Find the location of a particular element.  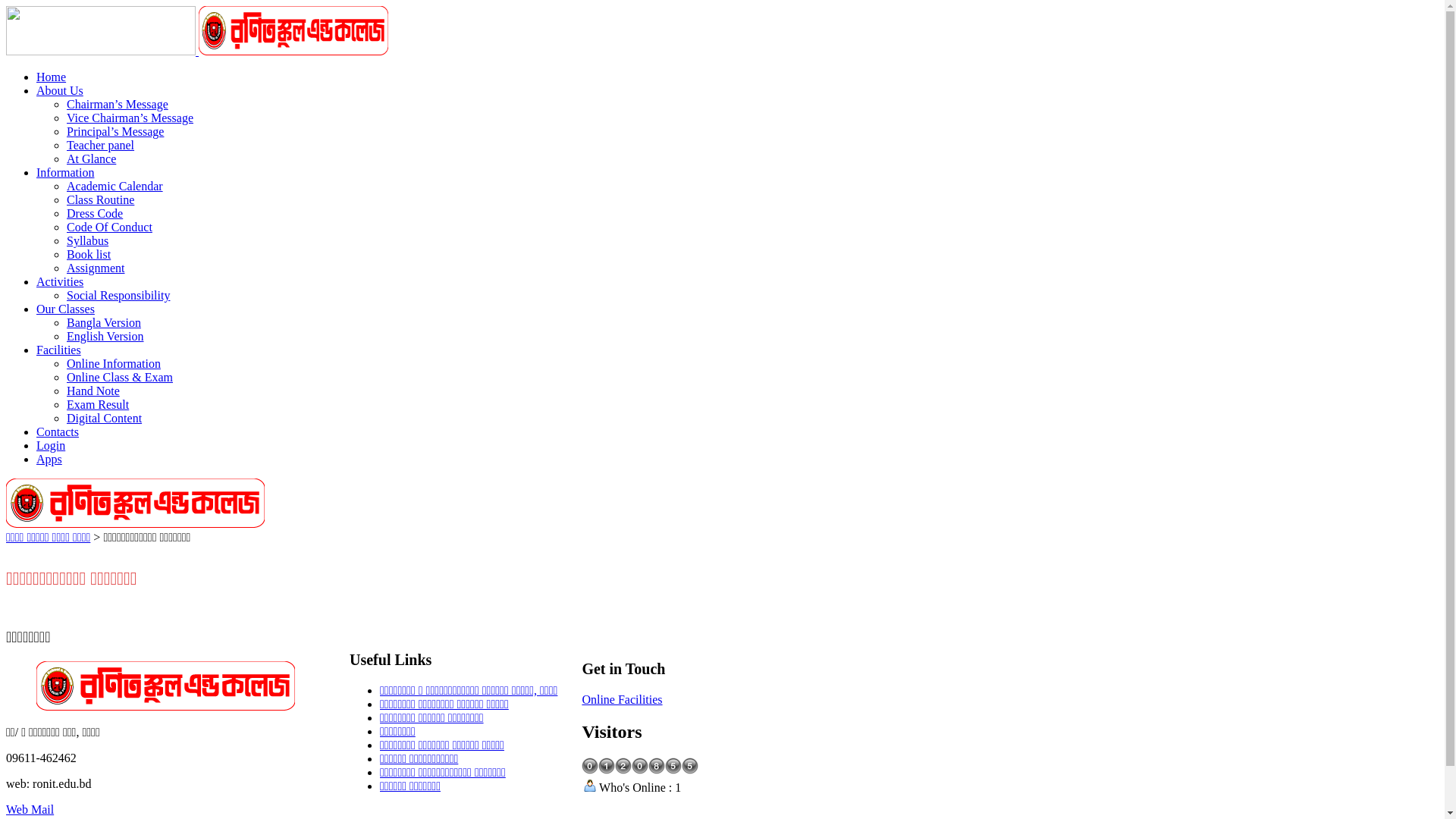

'Social Responsibility' is located at coordinates (118, 295).